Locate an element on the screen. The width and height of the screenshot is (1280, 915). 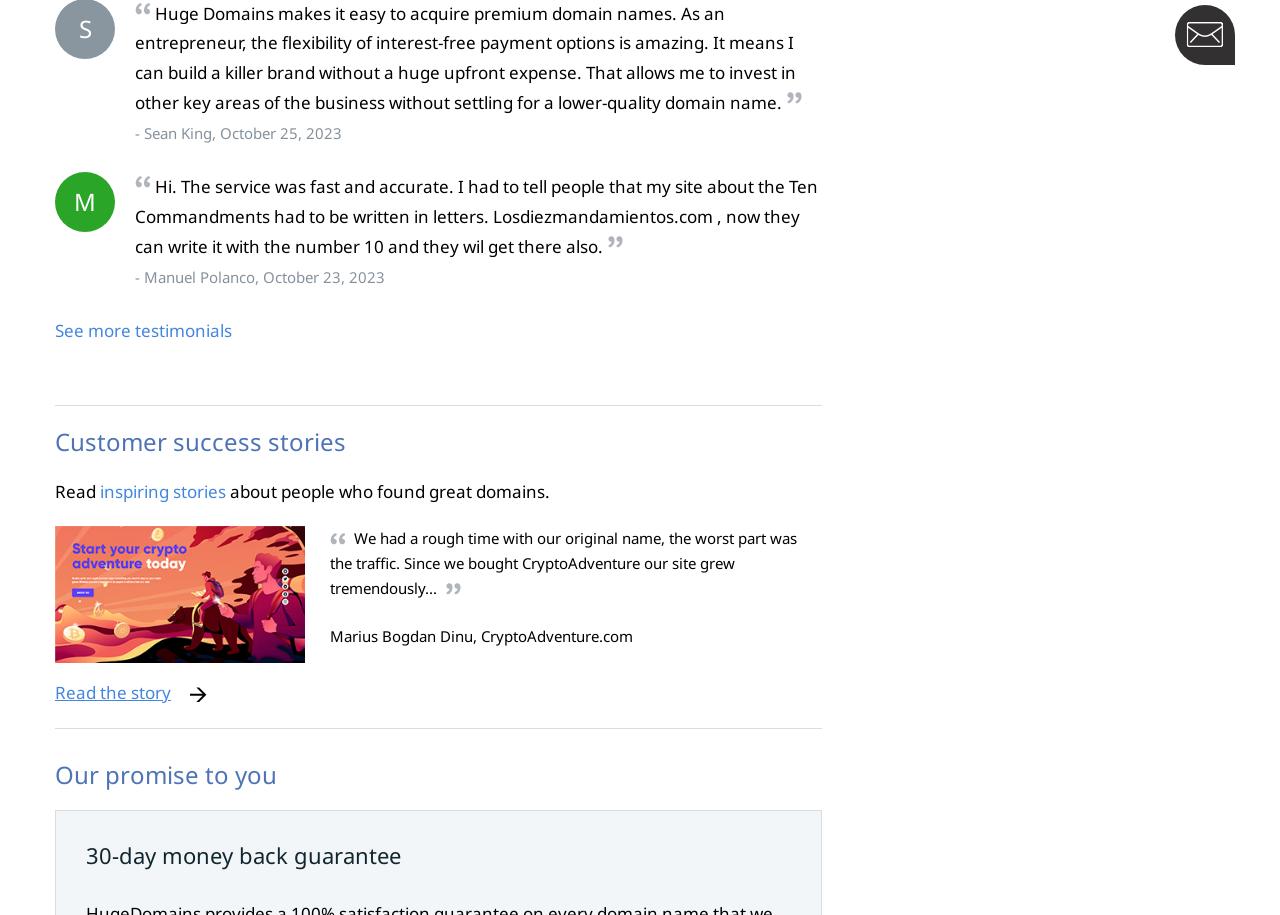
'30-day money back guarantee' is located at coordinates (242, 853).